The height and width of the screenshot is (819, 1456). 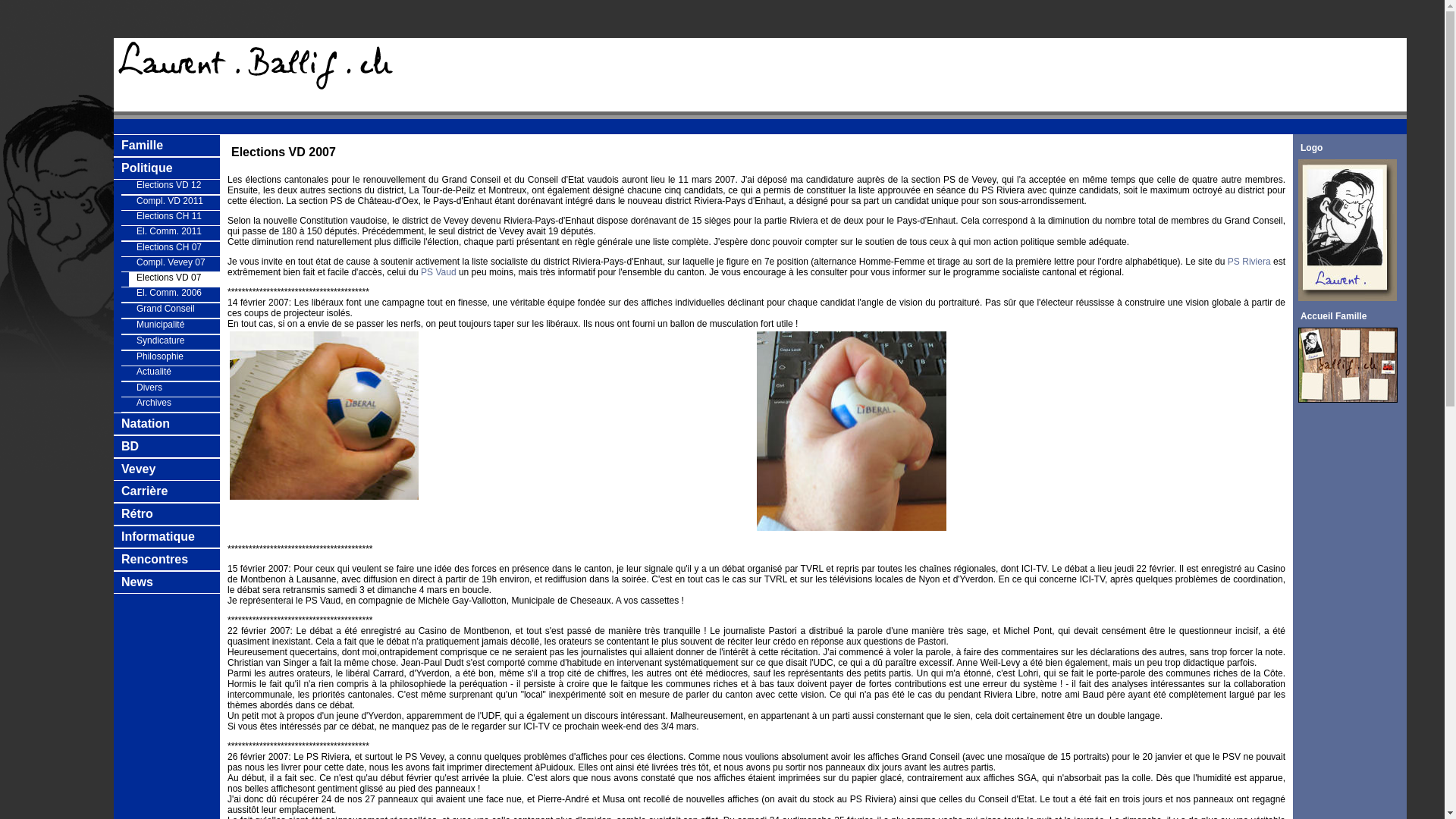 I want to click on 'Compl. Vevey 07', so click(x=174, y=263).